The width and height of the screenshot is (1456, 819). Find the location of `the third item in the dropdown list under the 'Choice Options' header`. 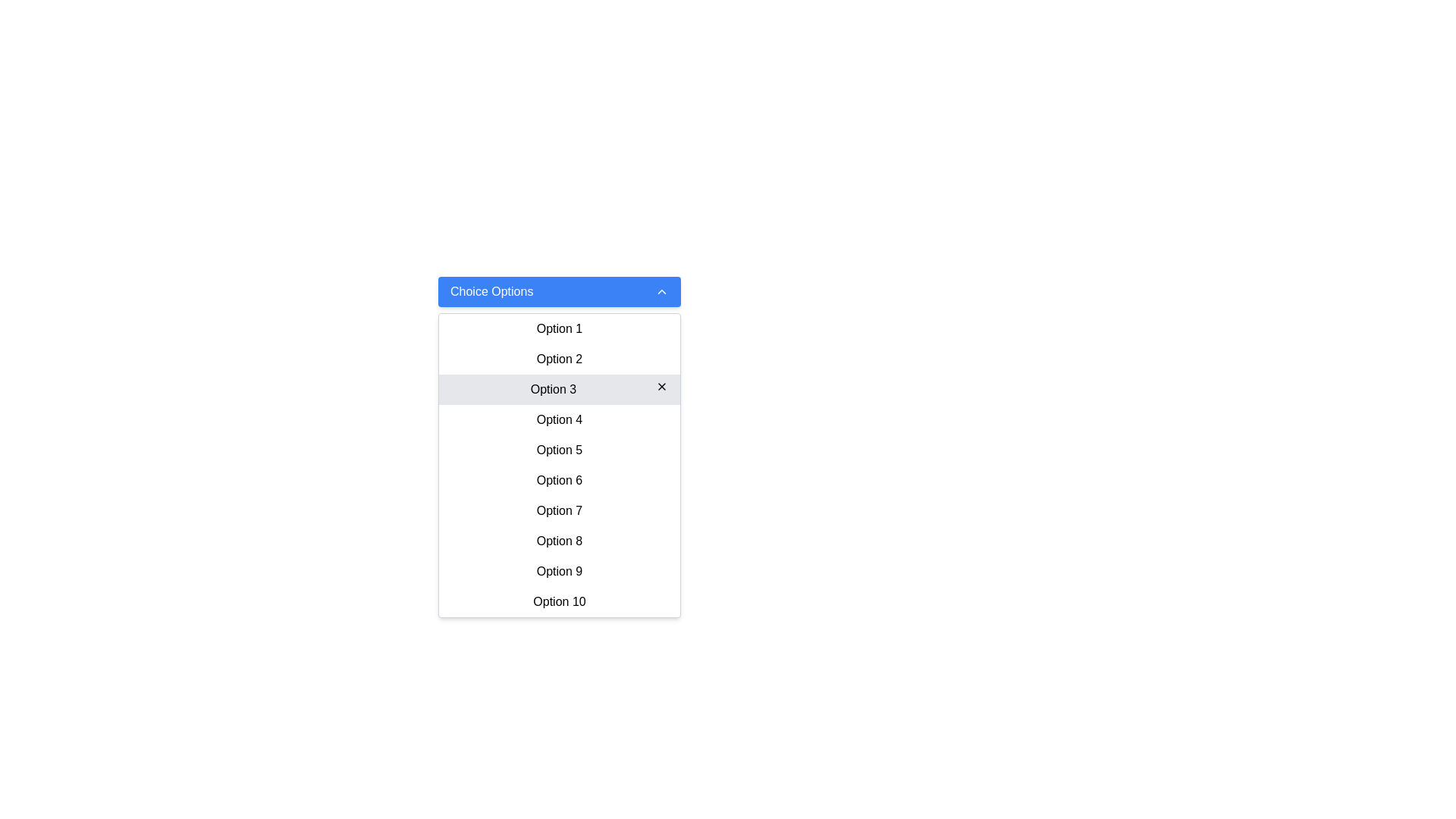

the third item in the dropdown list under the 'Choice Options' header is located at coordinates (559, 388).